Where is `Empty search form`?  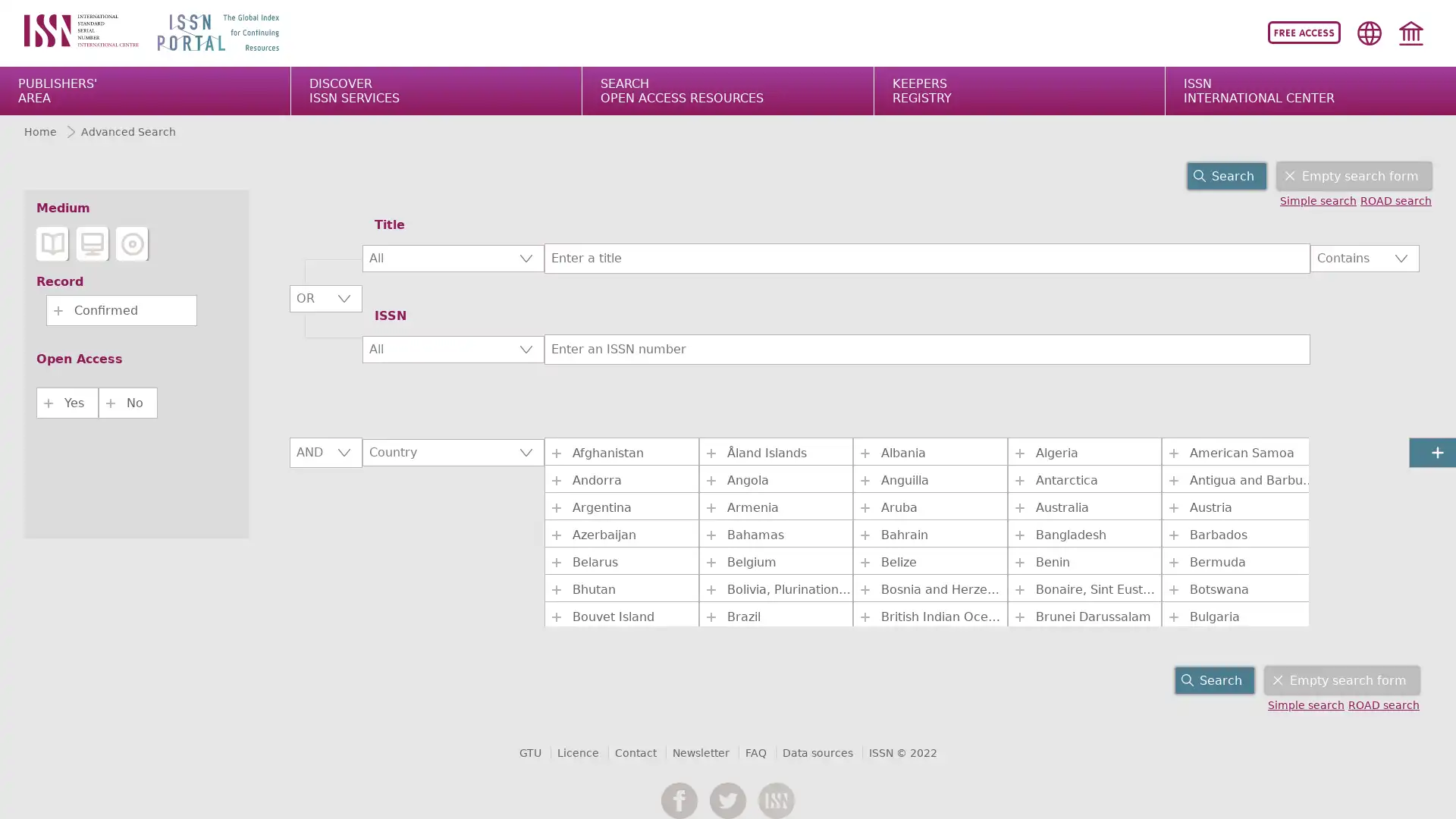 Empty search form is located at coordinates (1342, 679).